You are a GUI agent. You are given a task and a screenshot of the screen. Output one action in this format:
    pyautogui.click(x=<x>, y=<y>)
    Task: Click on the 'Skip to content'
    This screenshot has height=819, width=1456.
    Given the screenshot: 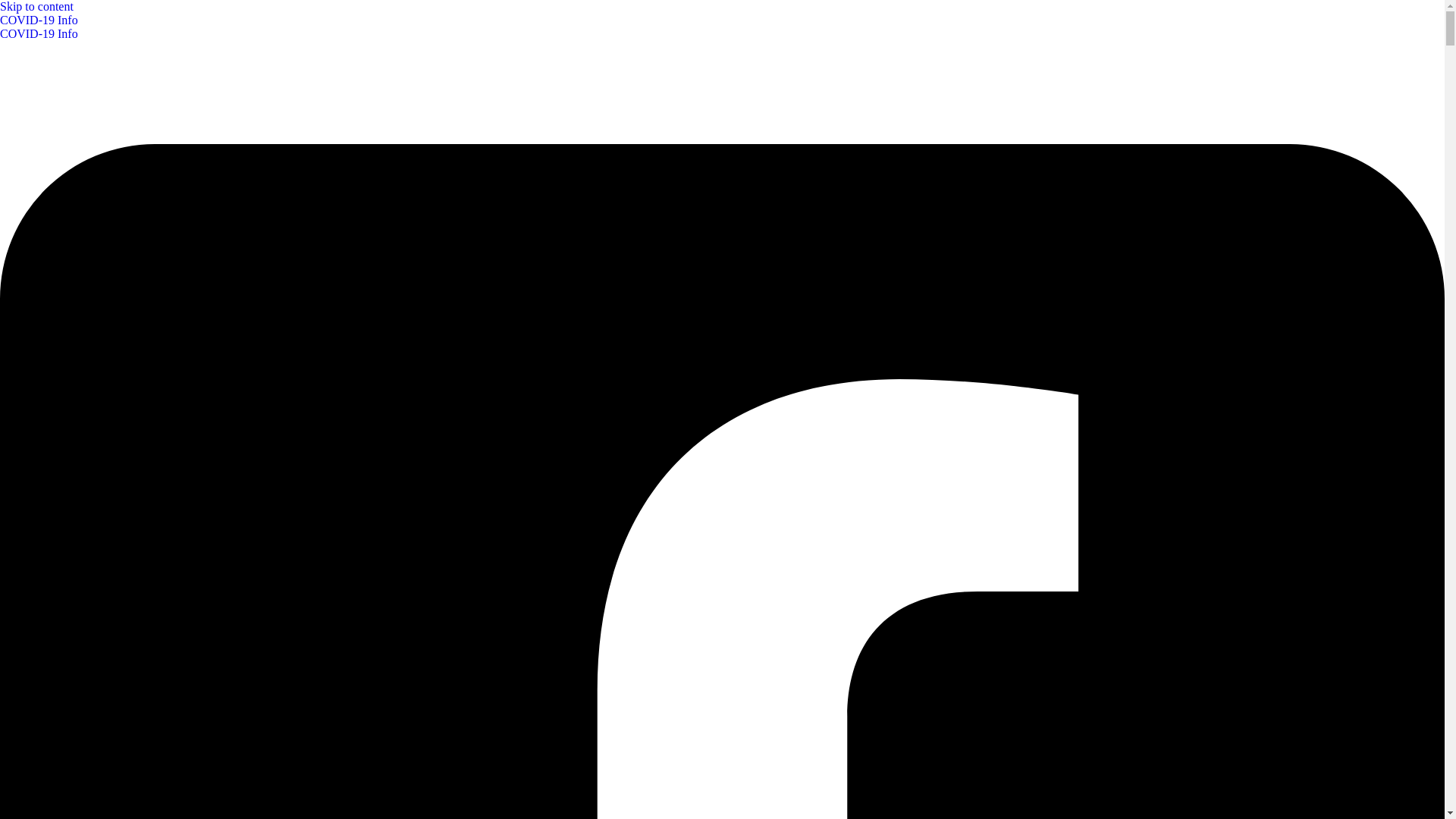 What is the action you would take?
    pyautogui.click(x=36, y=6)
    